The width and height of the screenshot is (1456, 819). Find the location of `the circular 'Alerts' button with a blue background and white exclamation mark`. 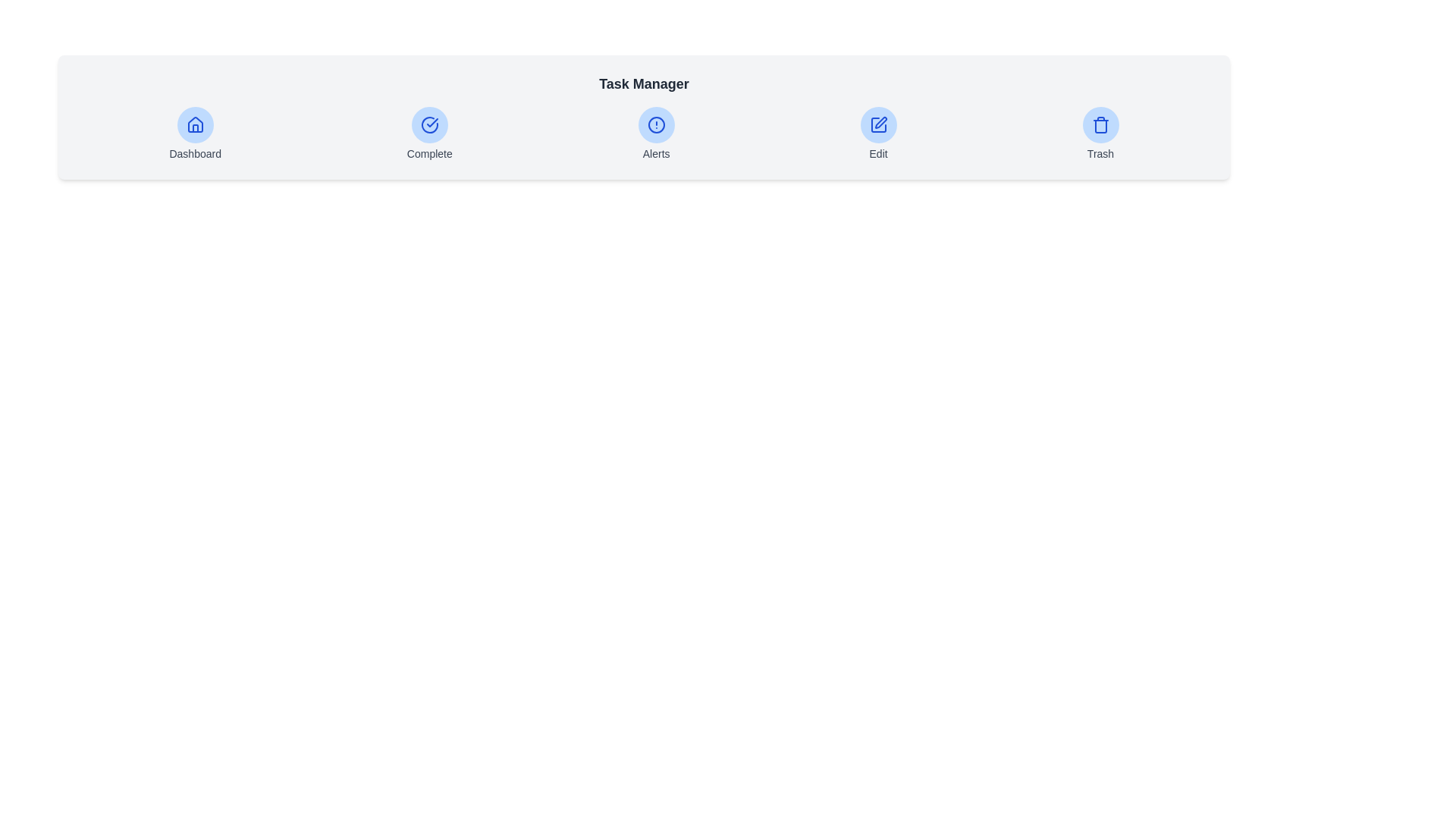

the circular 'Alerts' button with a blue background and white exclamation mark is located at coordinates (656, 133).